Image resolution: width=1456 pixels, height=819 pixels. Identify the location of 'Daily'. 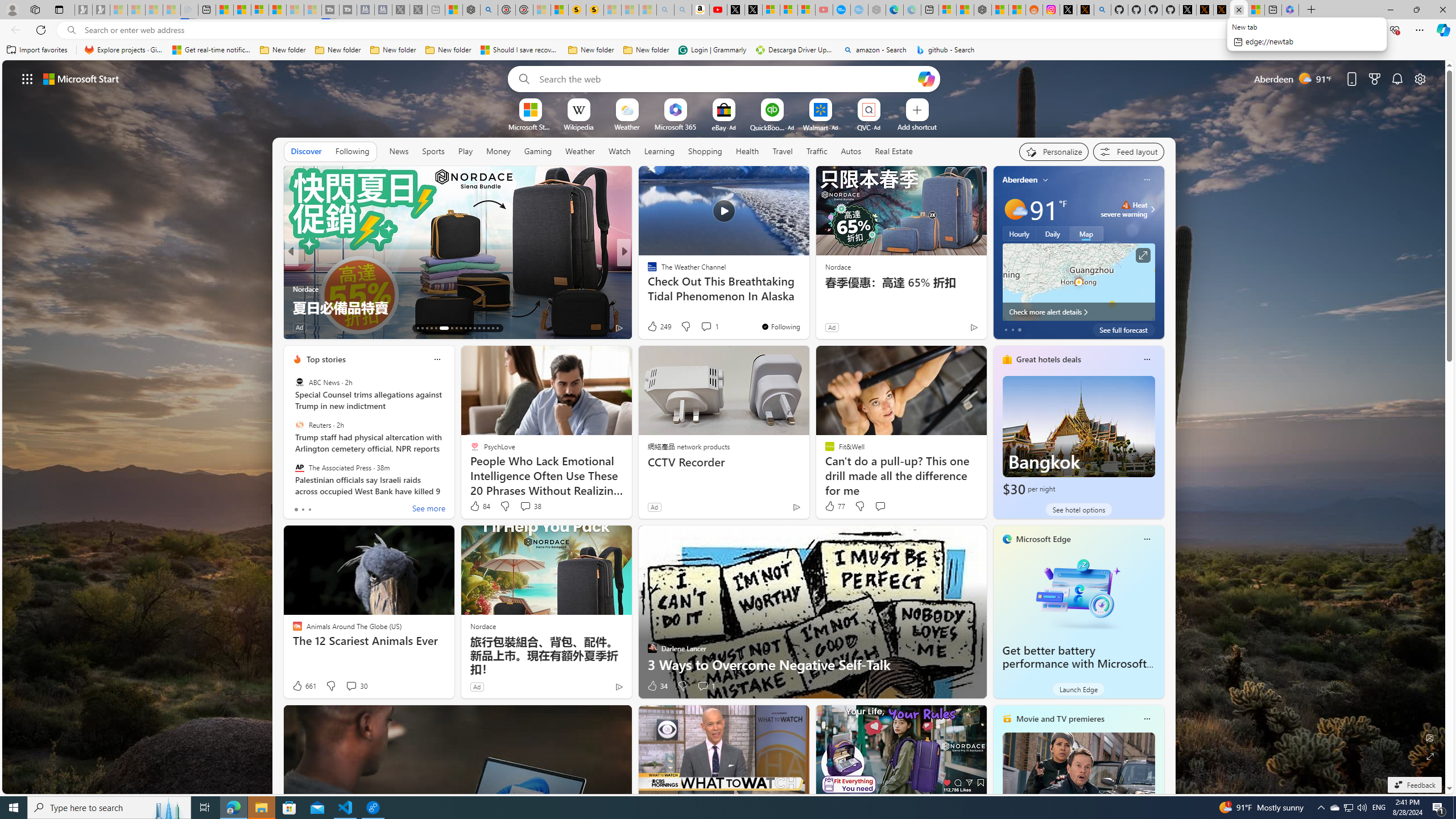
(1052, 233).